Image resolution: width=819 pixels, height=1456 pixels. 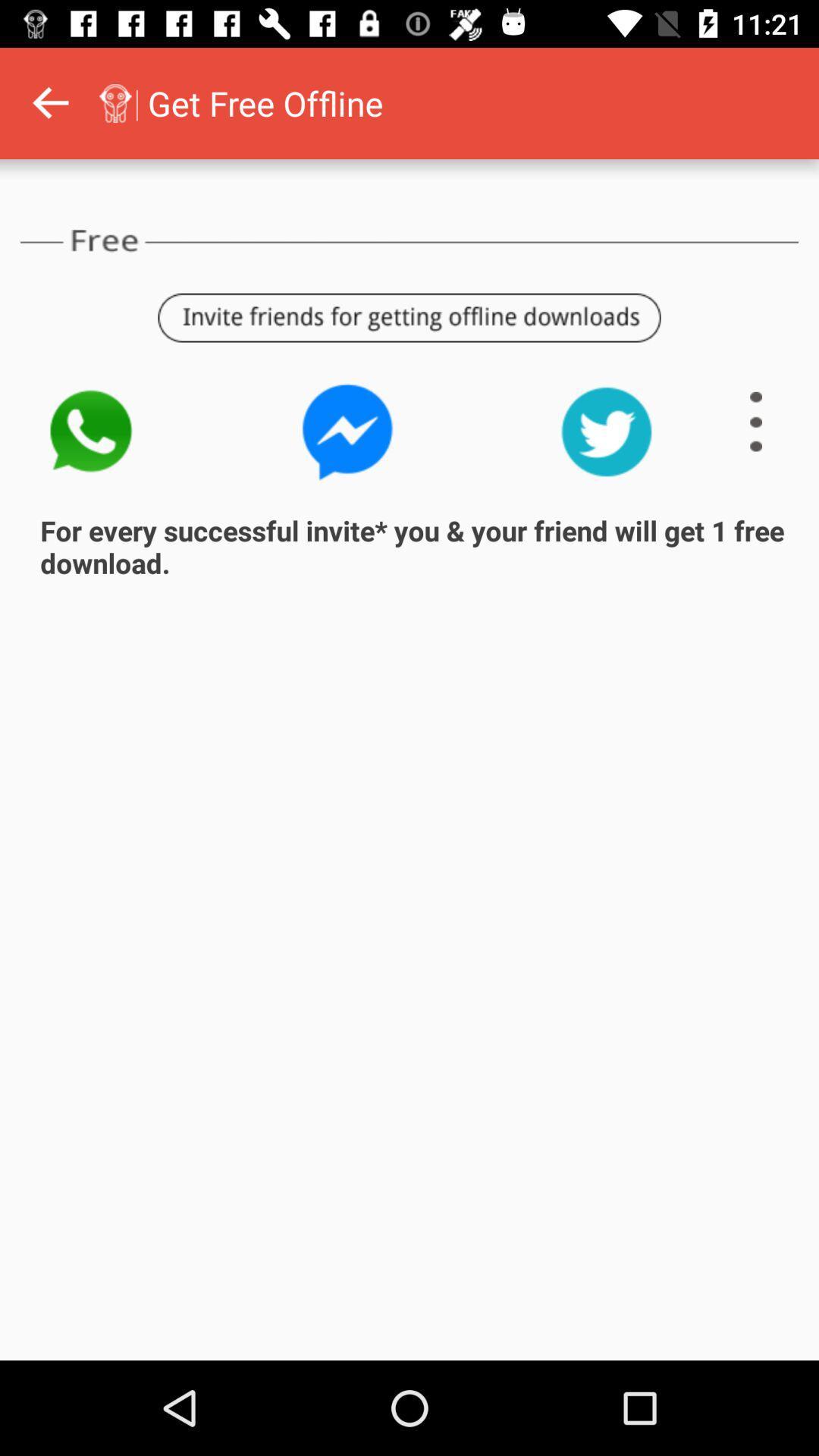 I want to click on open twitter, so click(x=606, y=431).